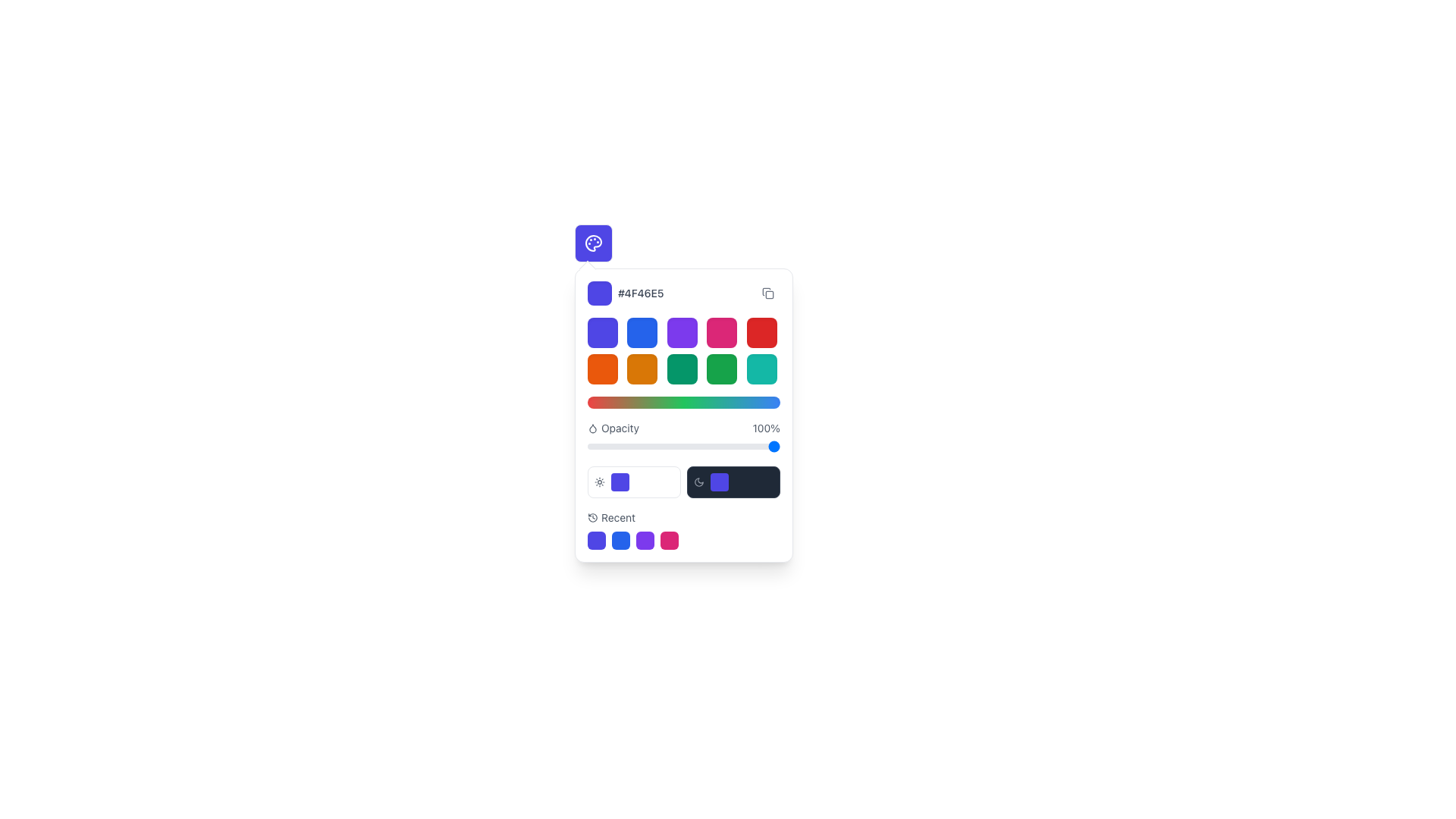  I want to click on the third clickable color selection box in the 'Recent' dropdown panel, so click(645, 540).